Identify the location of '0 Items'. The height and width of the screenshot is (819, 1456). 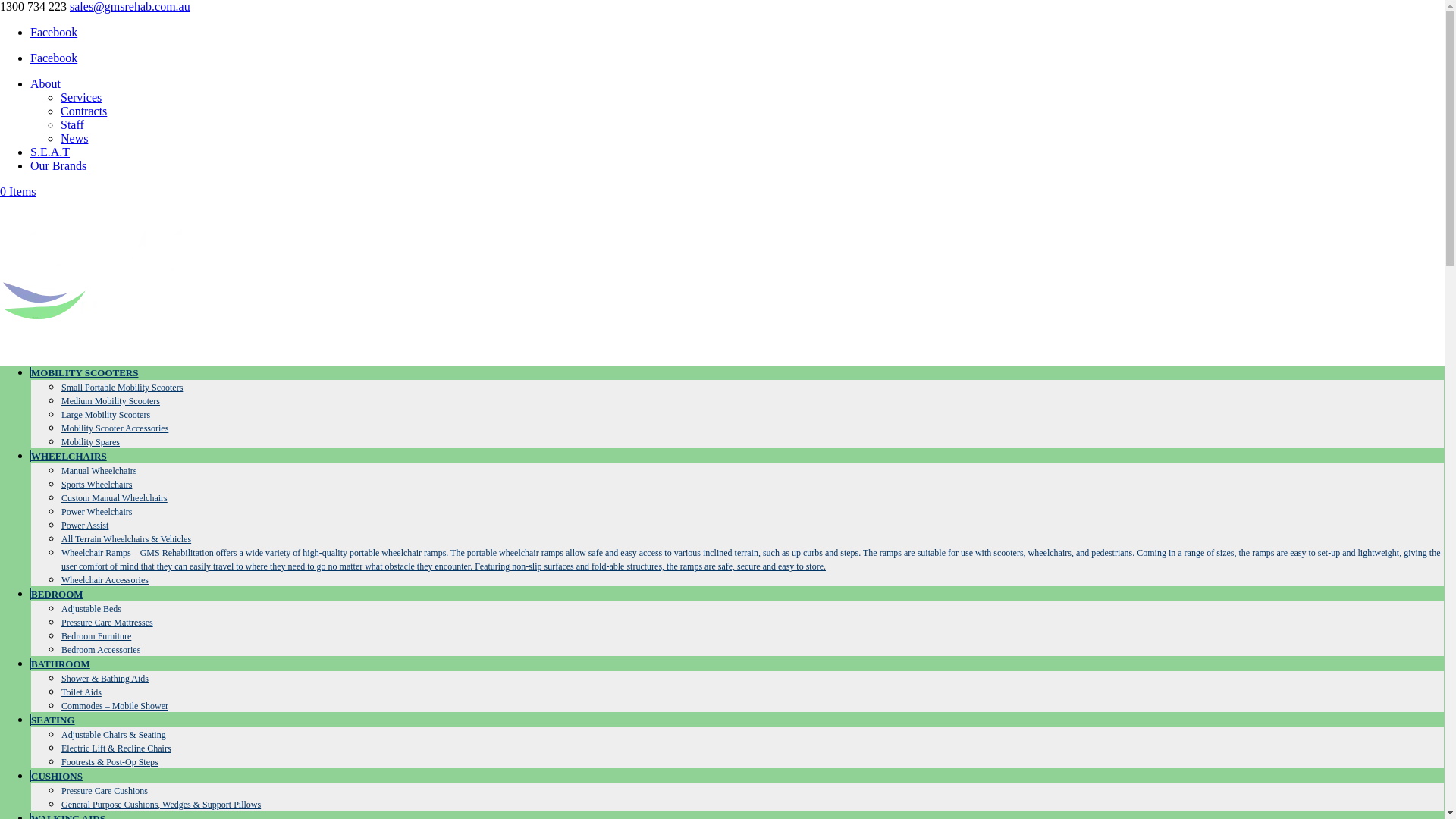
(18, 190).